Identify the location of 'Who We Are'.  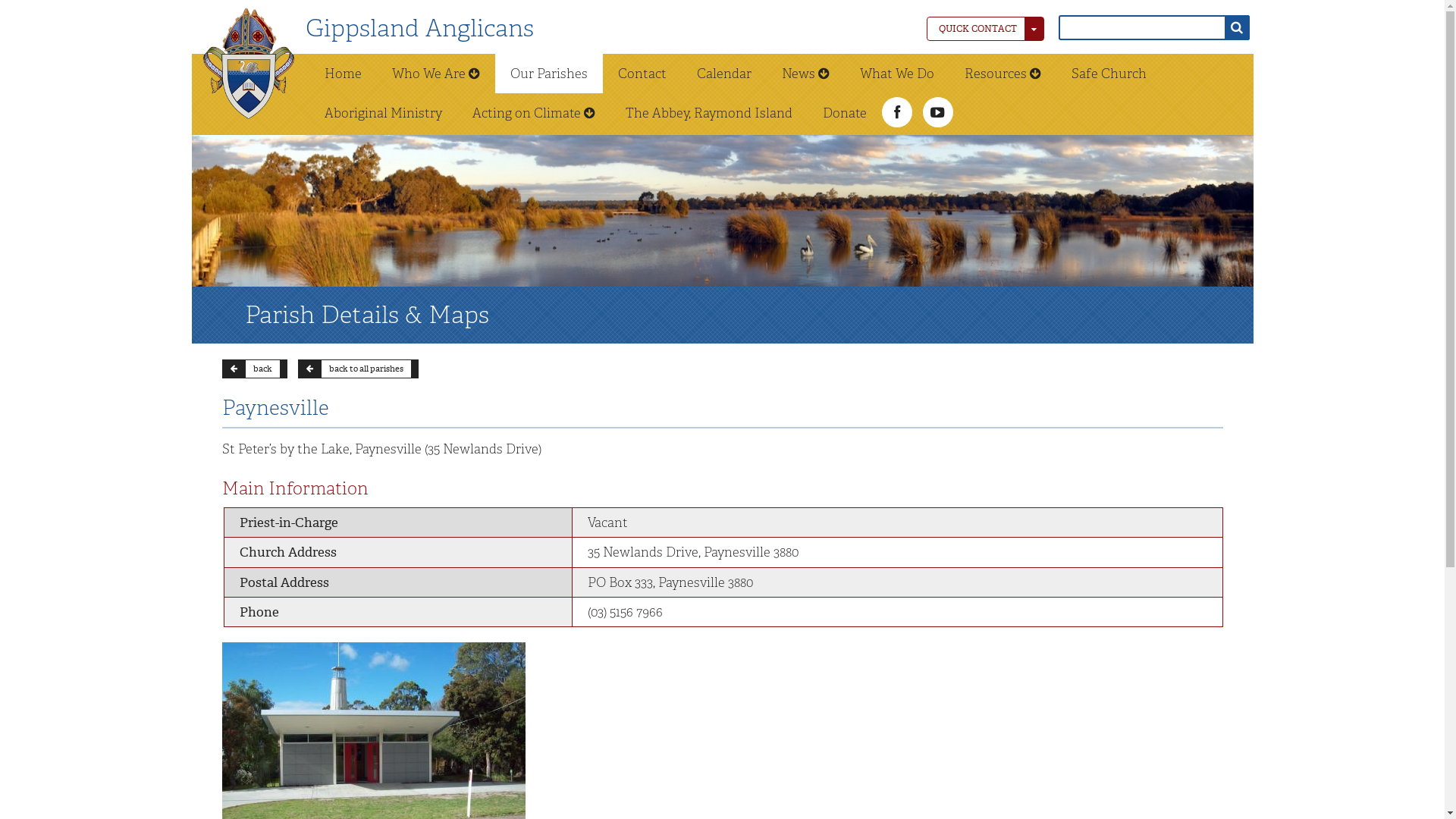
(435, 73).